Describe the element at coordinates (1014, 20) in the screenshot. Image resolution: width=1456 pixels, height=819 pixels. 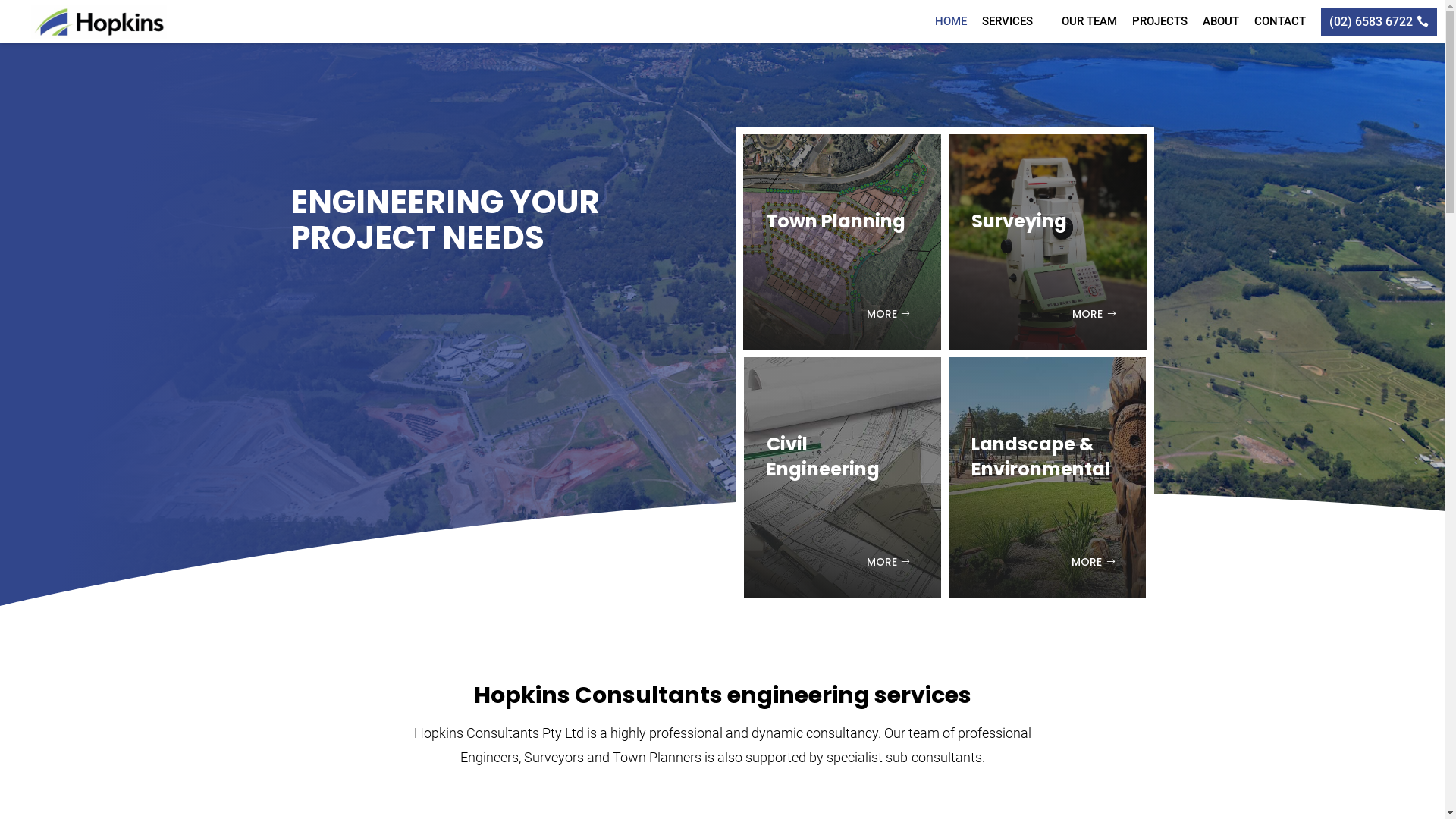
I see `'SERVICES'` at that location.